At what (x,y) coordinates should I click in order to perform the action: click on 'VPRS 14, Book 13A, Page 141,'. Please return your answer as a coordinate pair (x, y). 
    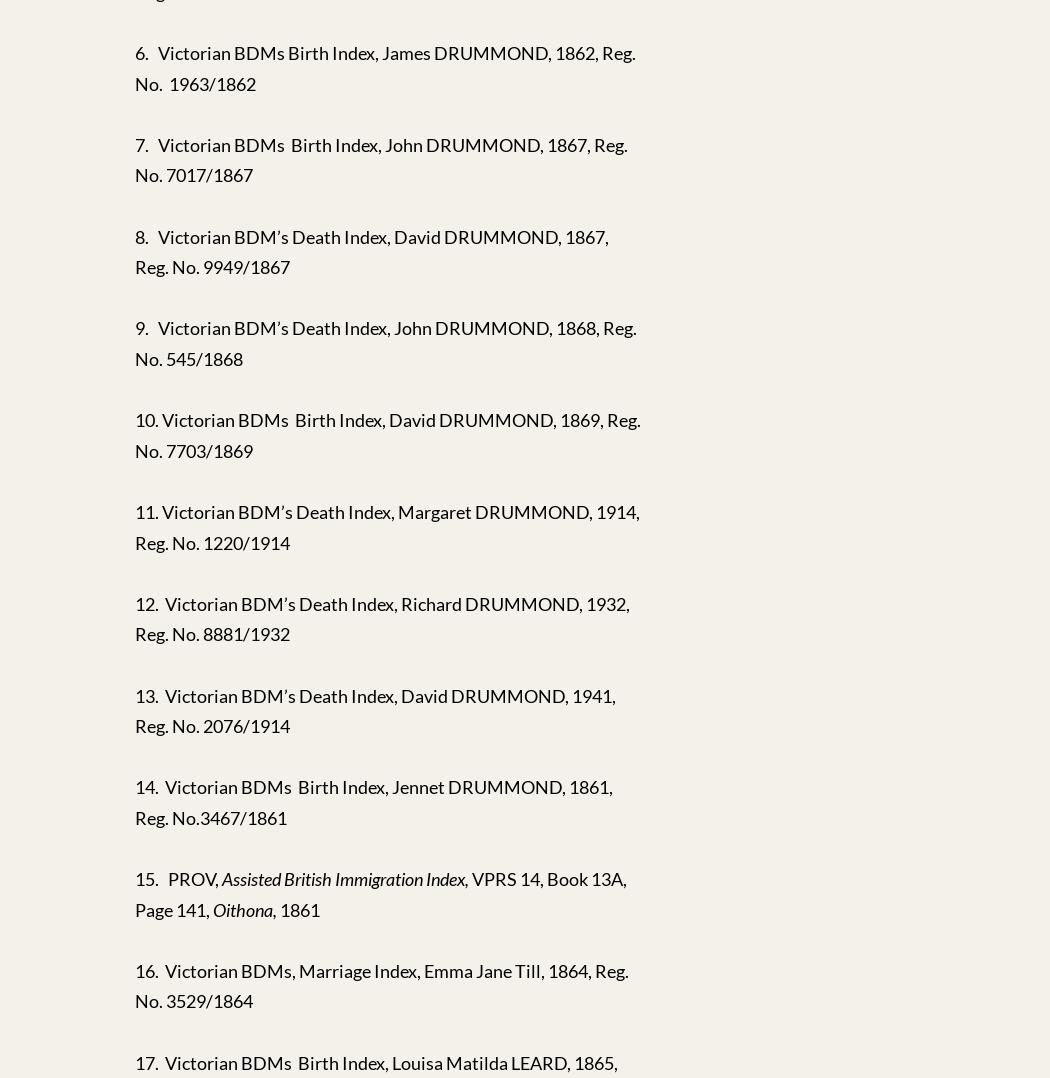
    Looking at the image, I should click on (381, 893).